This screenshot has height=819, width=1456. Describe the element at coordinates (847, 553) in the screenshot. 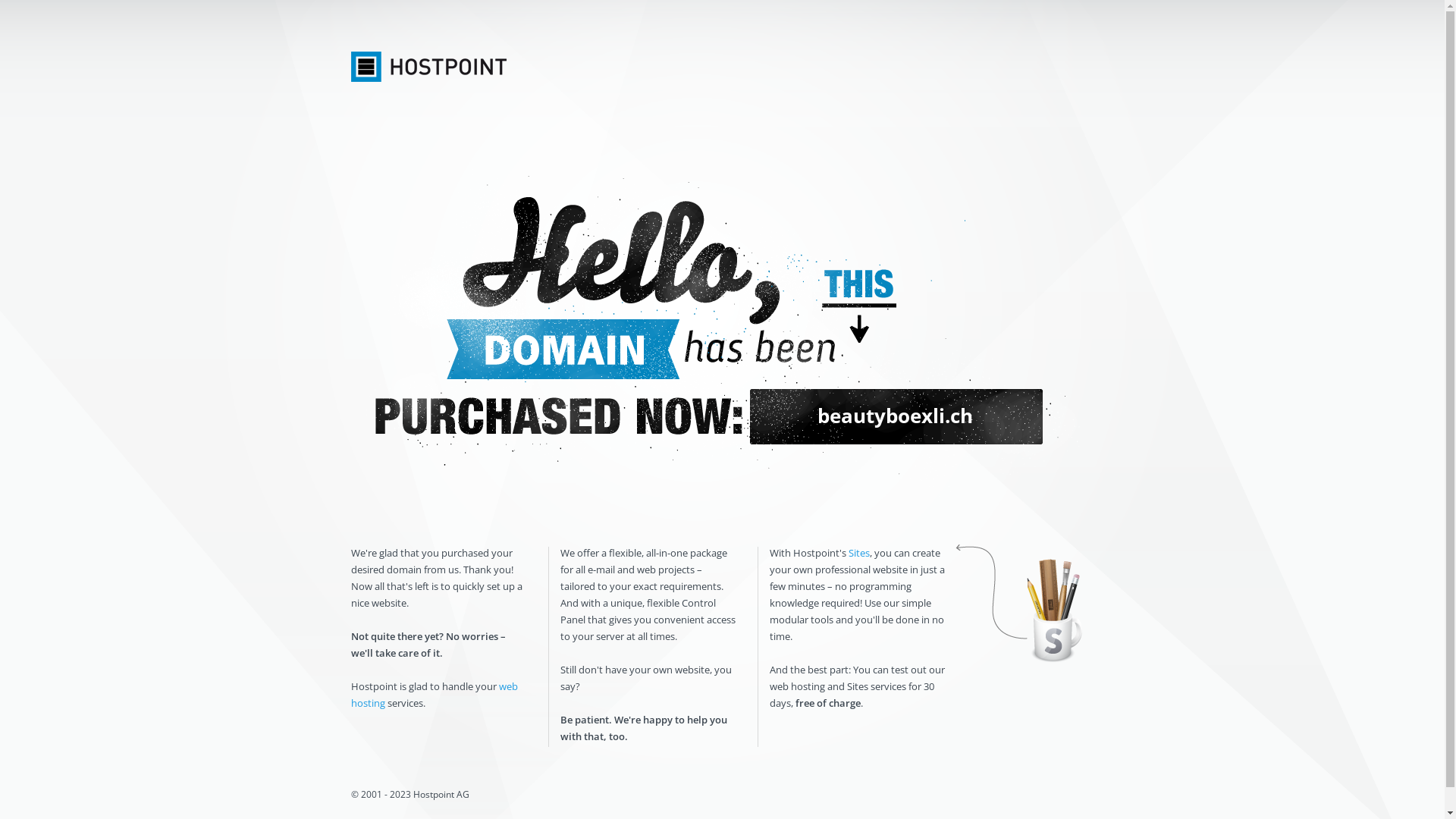

I see `'Sites'` at that location.